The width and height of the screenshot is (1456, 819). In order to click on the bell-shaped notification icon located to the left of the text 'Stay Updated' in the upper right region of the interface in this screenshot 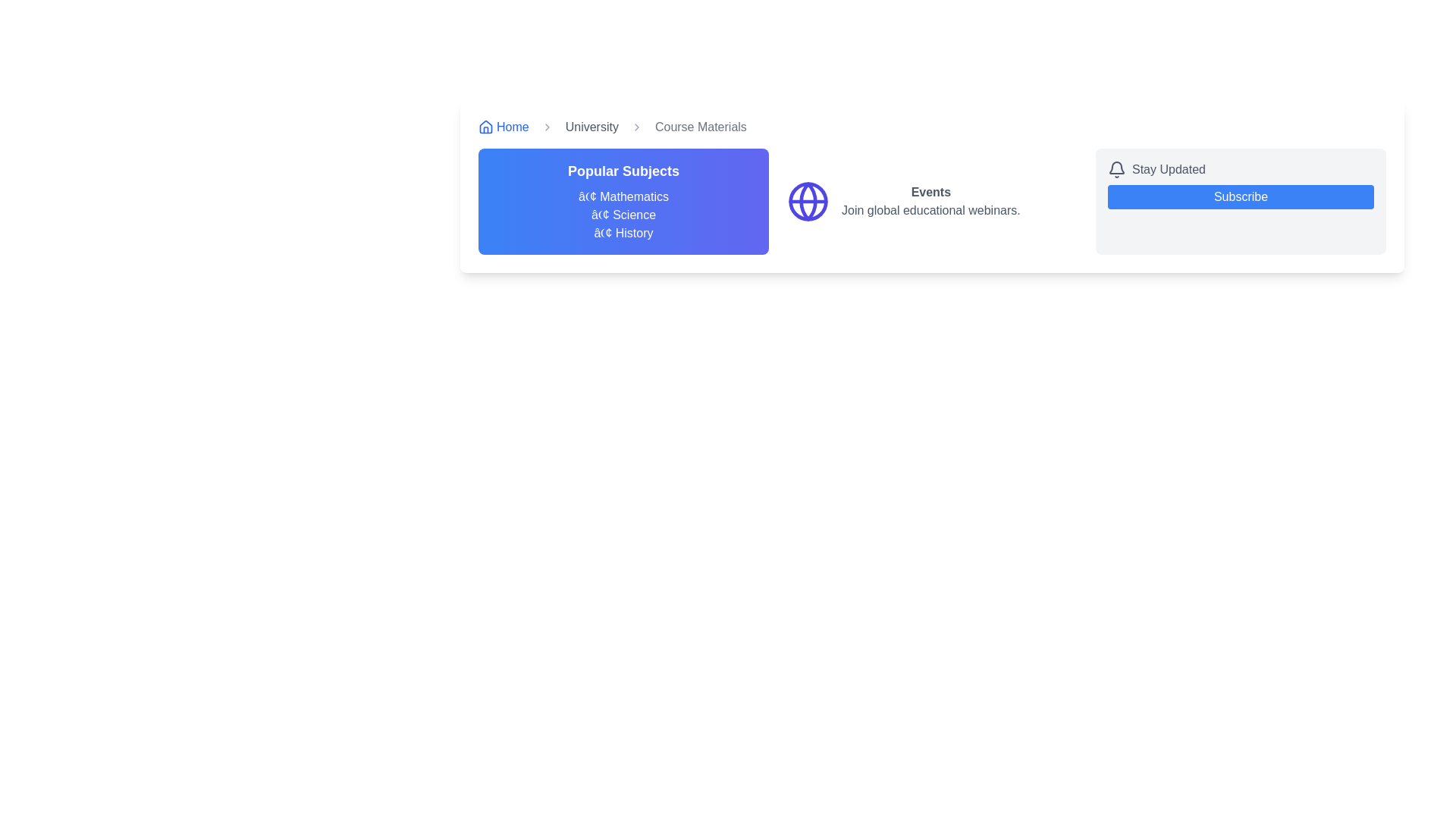, I will do `click(1117, 169)`.